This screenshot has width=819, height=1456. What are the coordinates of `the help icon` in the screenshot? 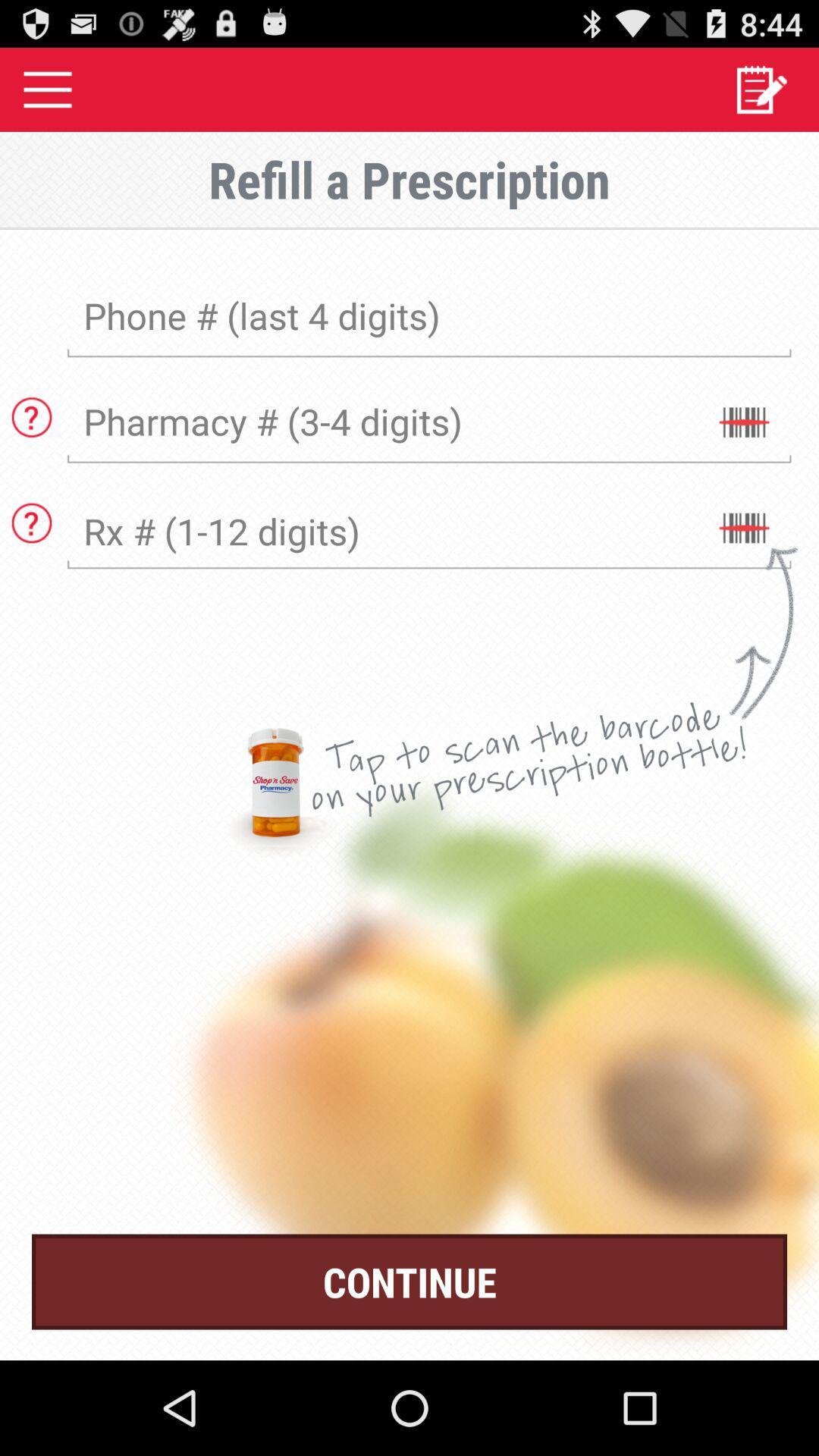 It's located at (32, 440).